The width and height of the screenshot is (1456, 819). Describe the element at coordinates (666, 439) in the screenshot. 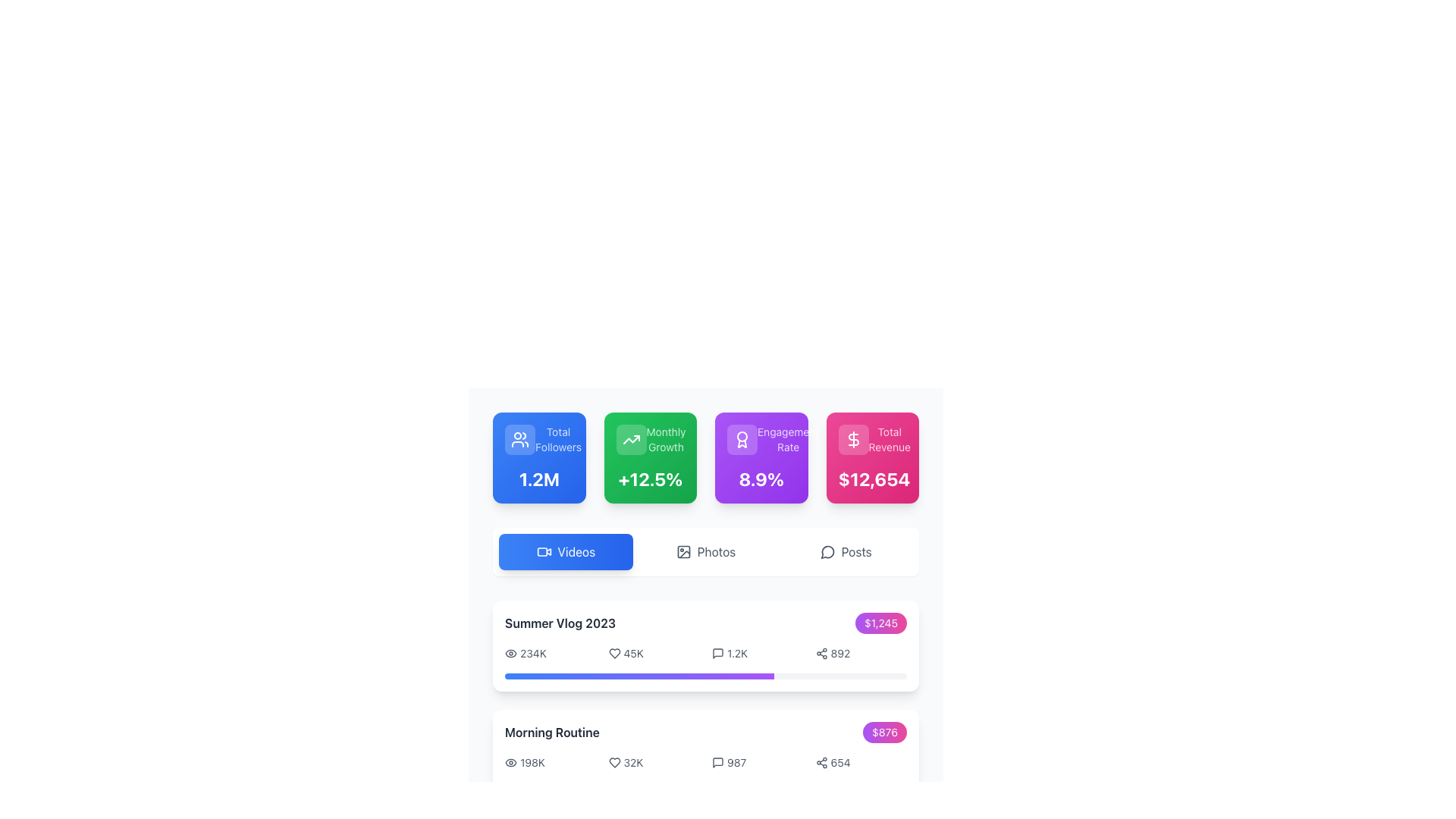

I see `the static text label that indicates 'Monthly Growth', which is located above the number '+12.5%' in the green card, positioned between the blue card 'Total Followers' and the purple card 'Engagement Rate'` at that location.